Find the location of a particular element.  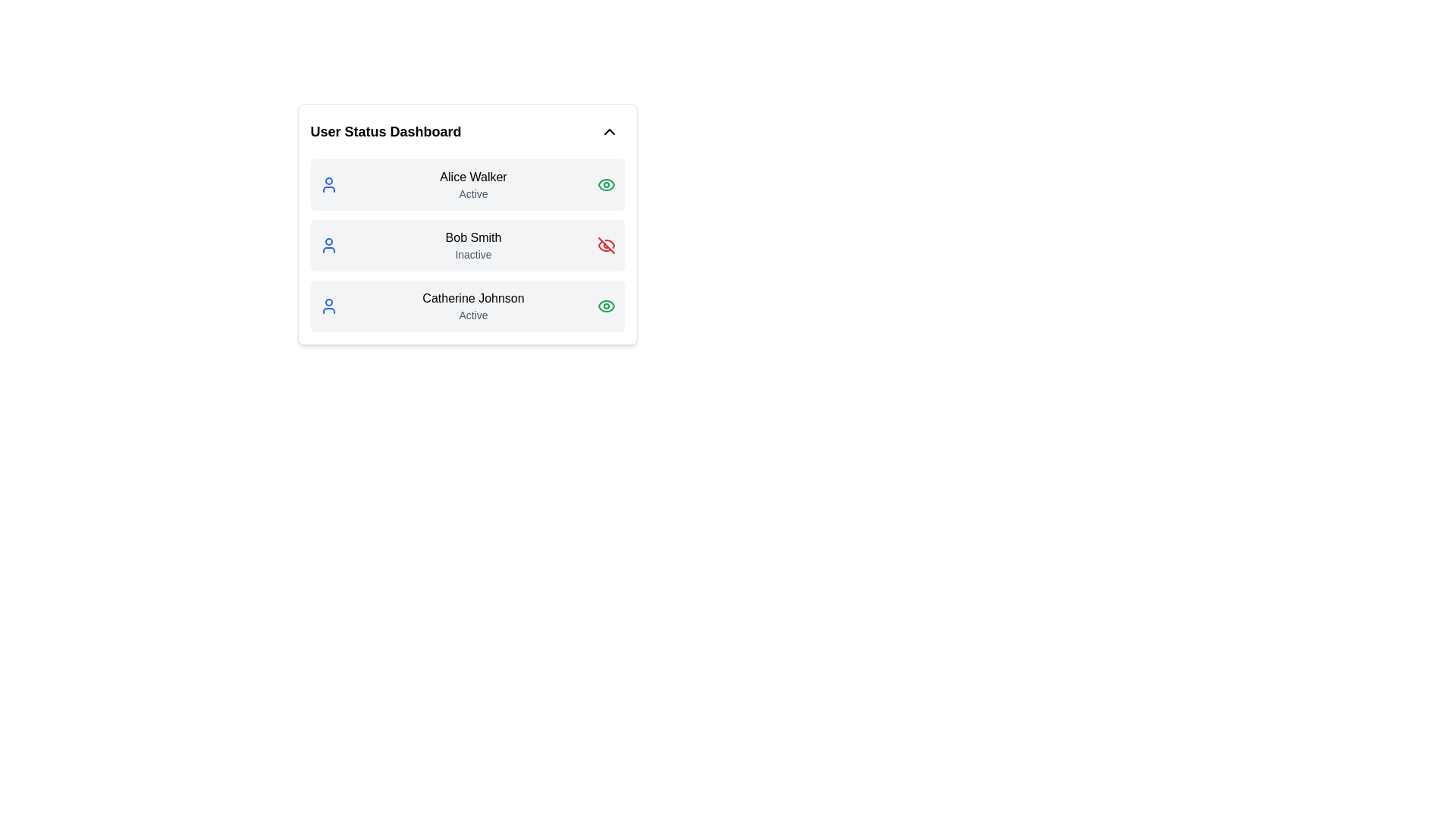

the text display that shows the name and online status of the user, which is the third entry in the vertically stacked list of user status cards within the 'User Status Dashboard.' is located at coordinates (472, 306).